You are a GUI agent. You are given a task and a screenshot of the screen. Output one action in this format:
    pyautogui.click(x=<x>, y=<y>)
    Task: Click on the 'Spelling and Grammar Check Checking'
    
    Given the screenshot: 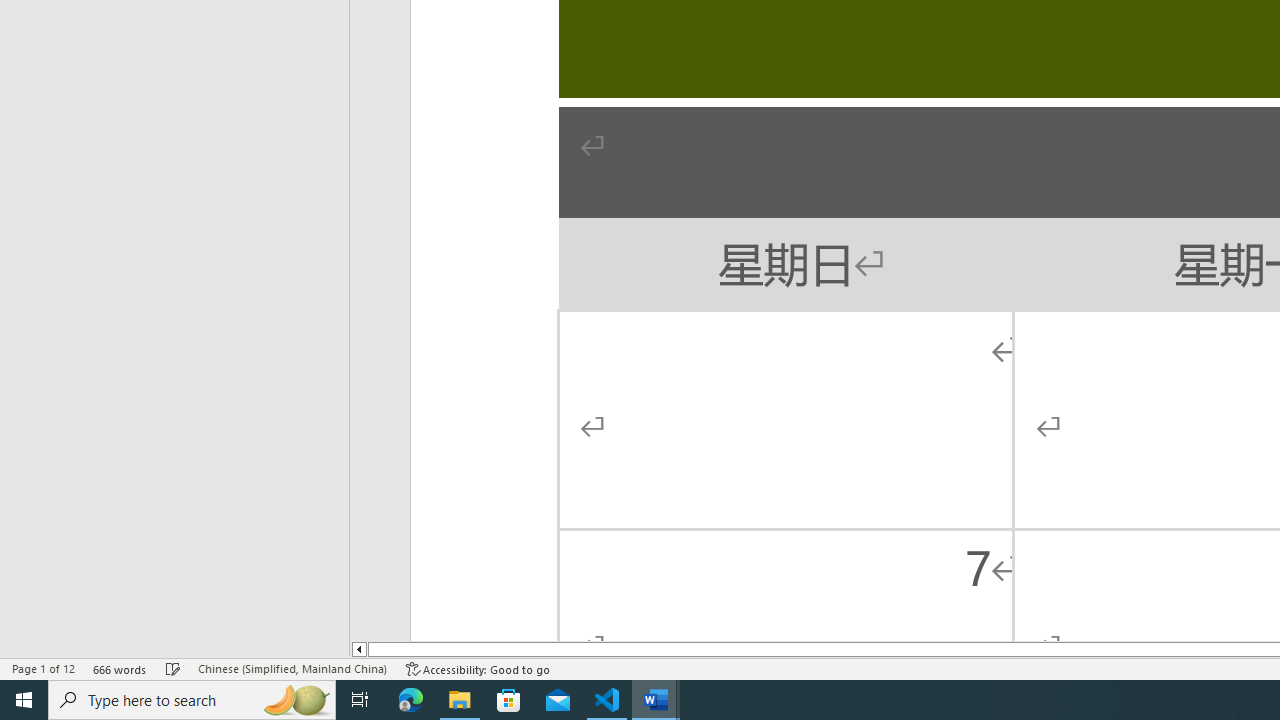 What is the action you would take?
    pyautogui.click(x=173, y=669)
    